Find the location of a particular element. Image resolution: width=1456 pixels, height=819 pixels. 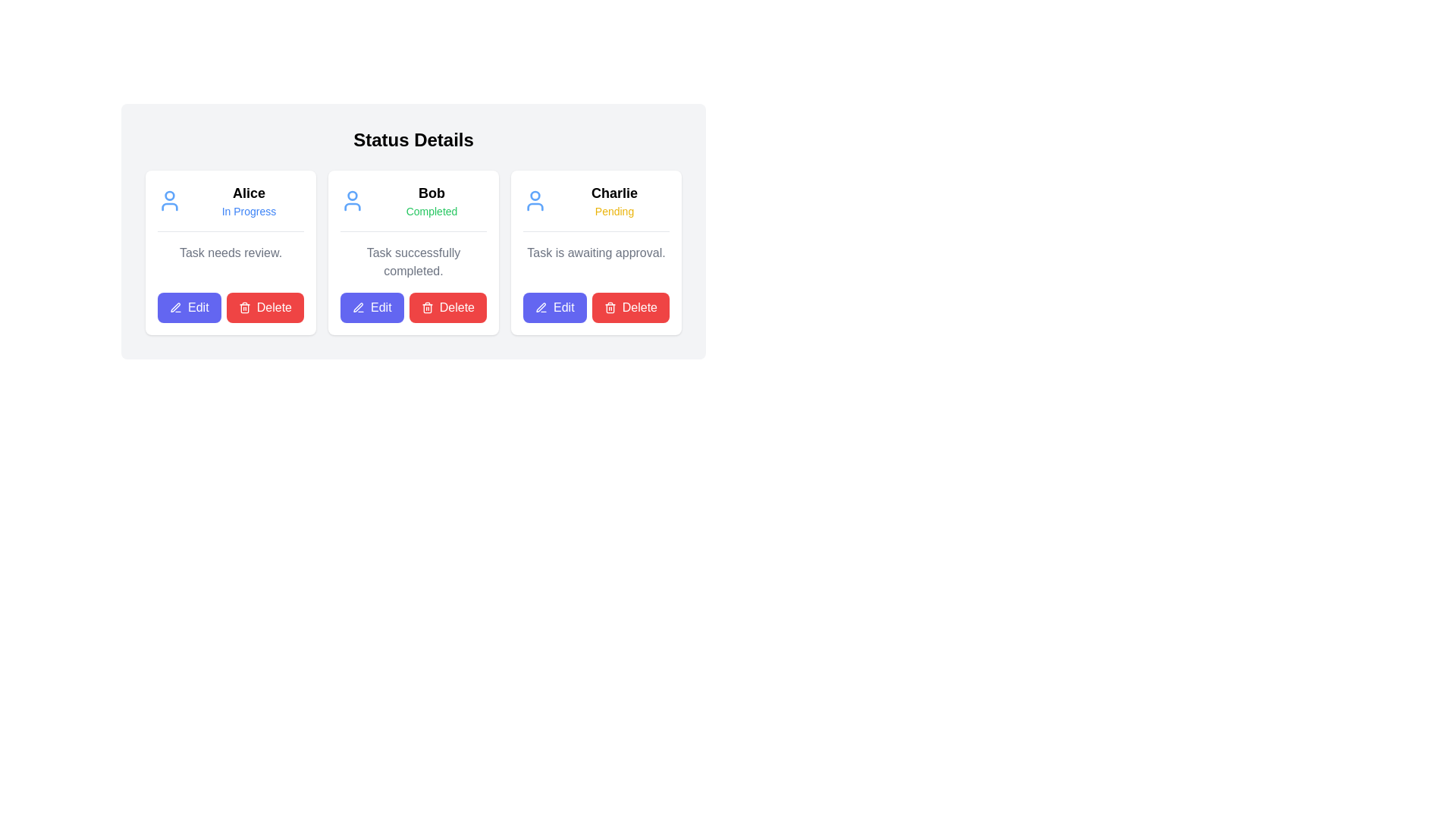

the decorative graphic representing the lower section of the user icon within the 'Alice' card, located at the top-left corner of the grid layout is located at coordinates (170, 207).